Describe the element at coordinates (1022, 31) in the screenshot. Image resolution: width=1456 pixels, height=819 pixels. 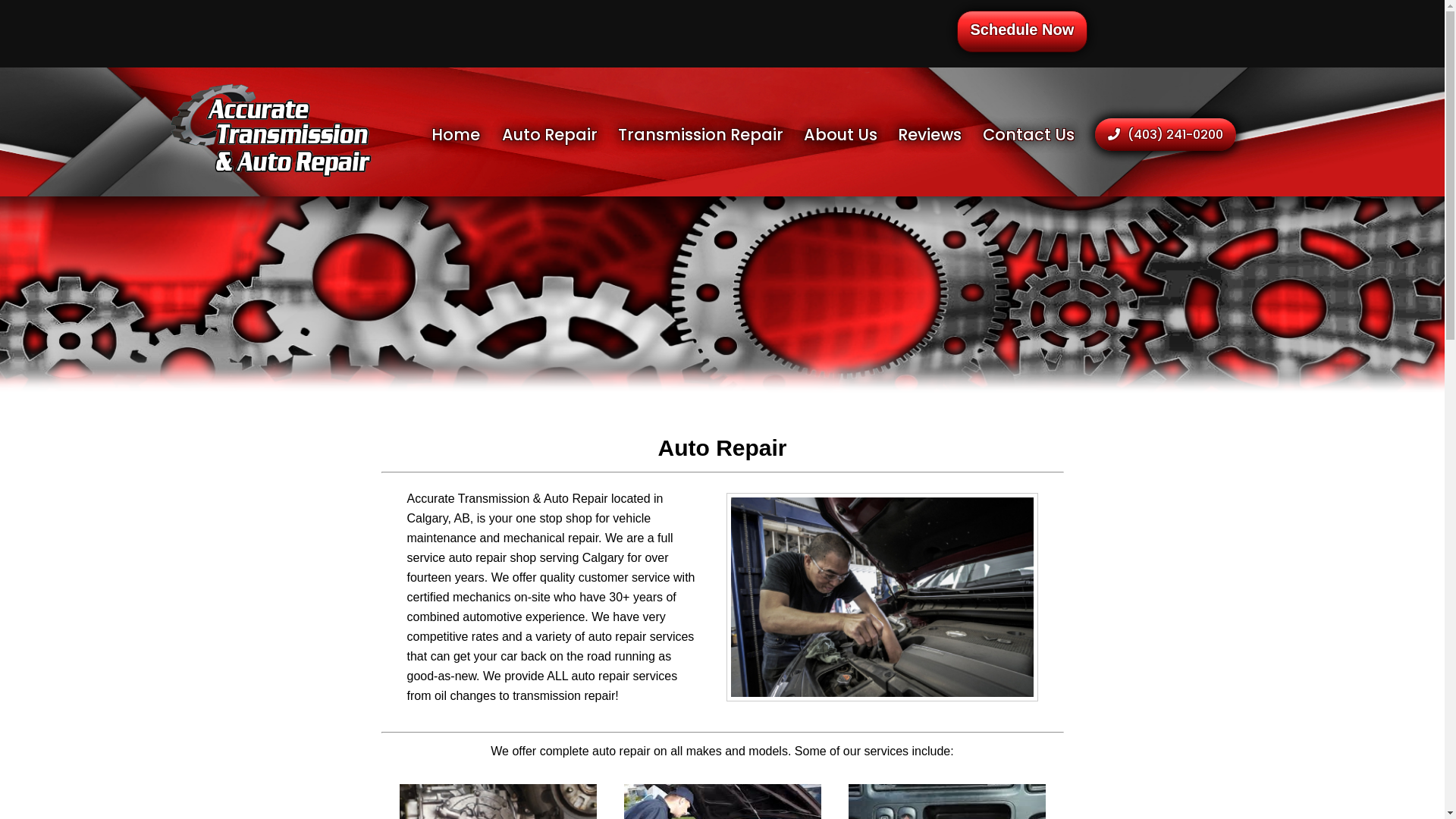
I see `'Schedule Now'` at that location.